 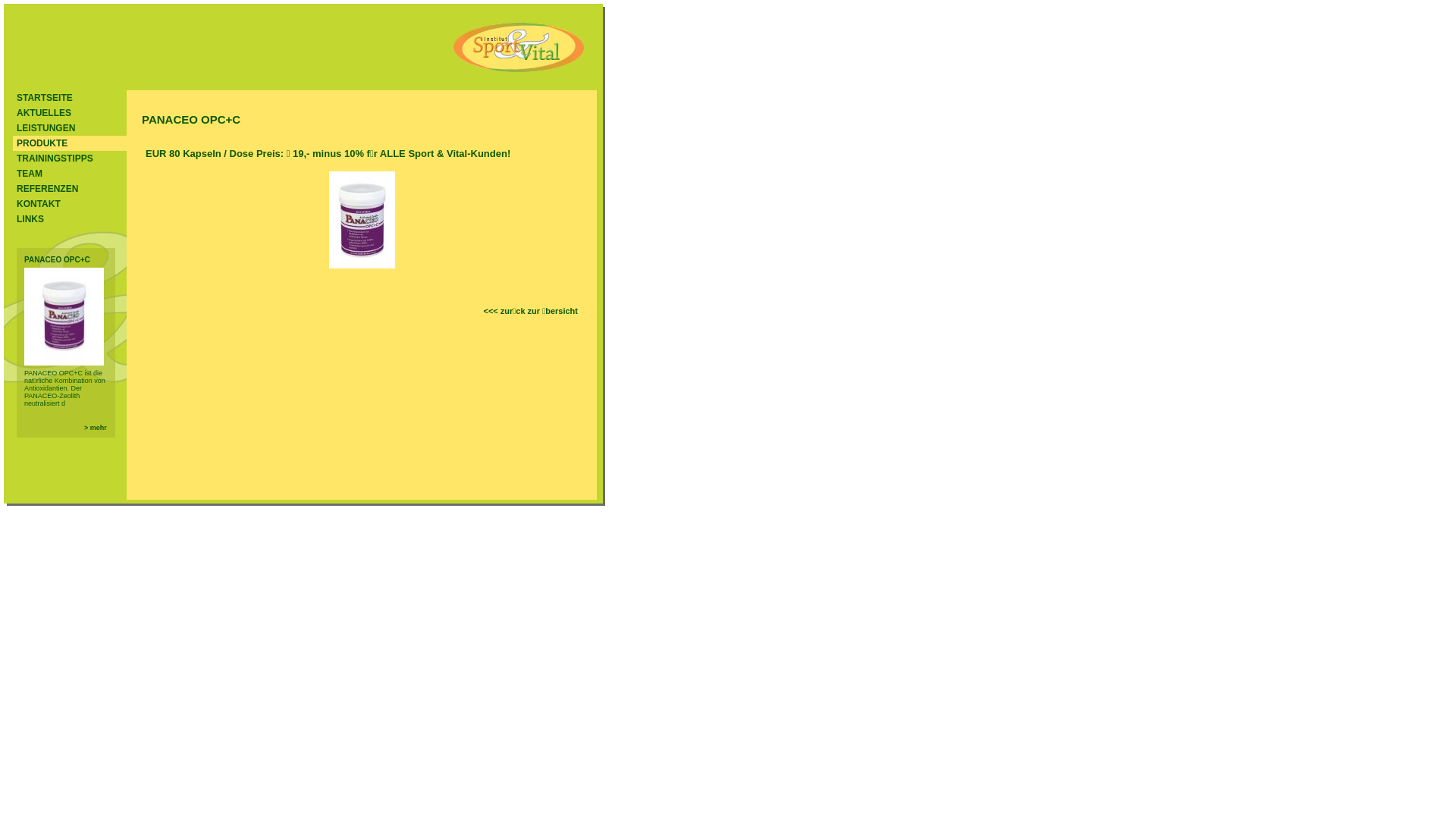 I want to click on 'LINKS', so click(x=68, y=219).